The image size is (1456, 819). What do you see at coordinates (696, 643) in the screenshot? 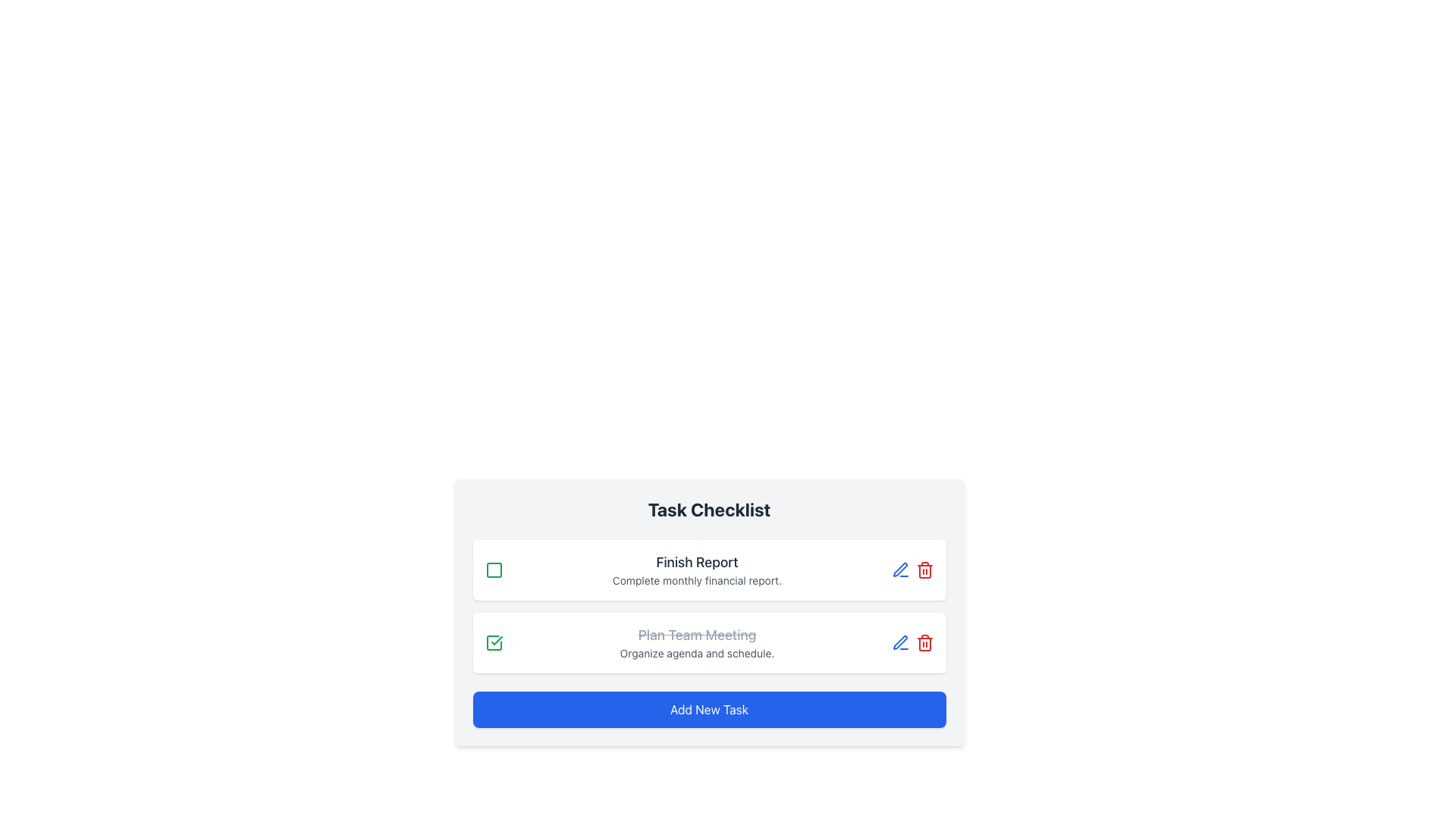
I see `the text display that informs the user about the task 'Plan Team Meeting' and its related details 'Organize agenda and schedule', which is the second entry in the task list` at bounding box center [696, 643].